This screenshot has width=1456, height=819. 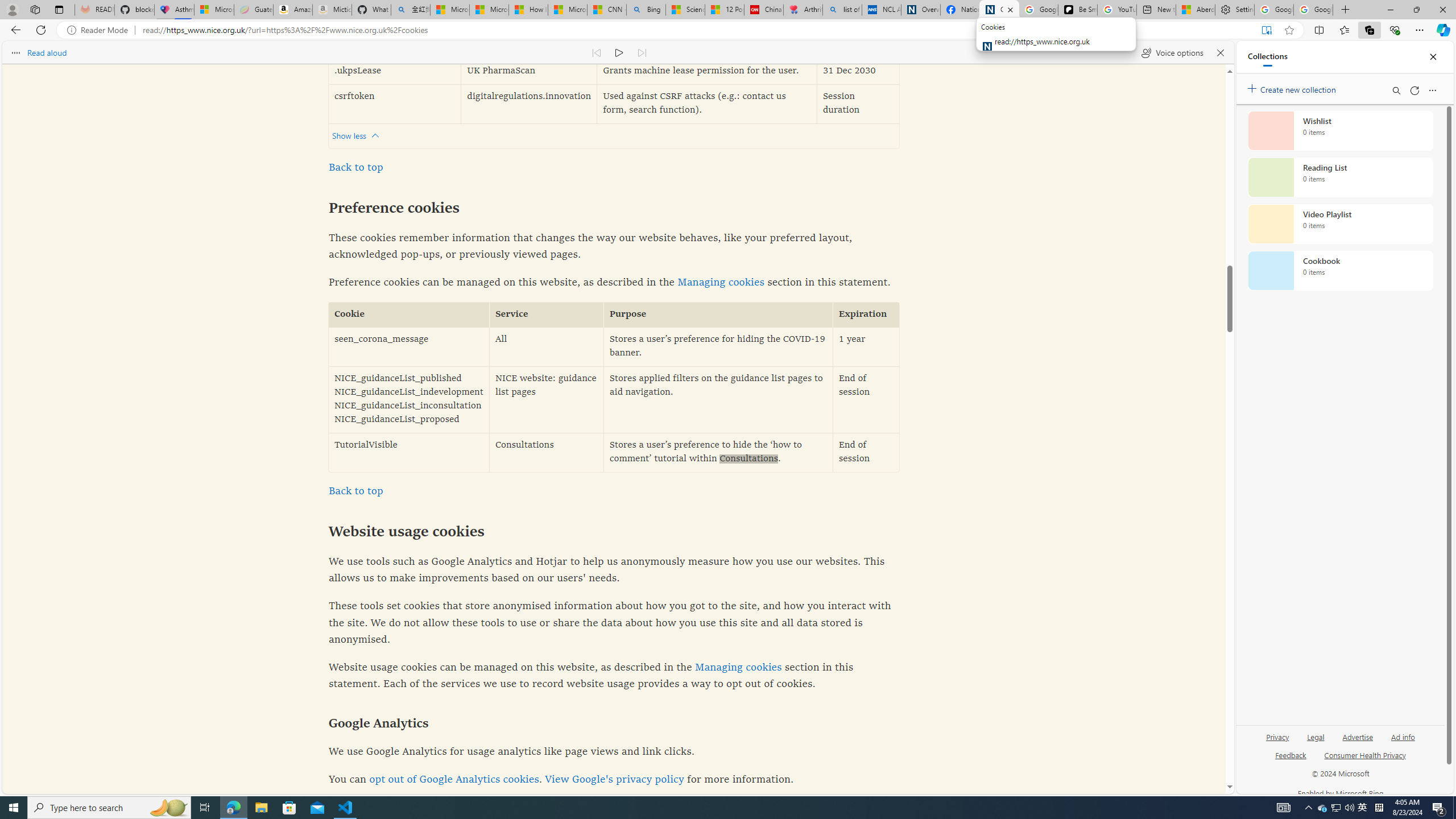 What do you see at coordinates (174, 9) in the screenshot?
I see `'Asthma Inhalers: Names and Types'` at bounding box center [174, 9].